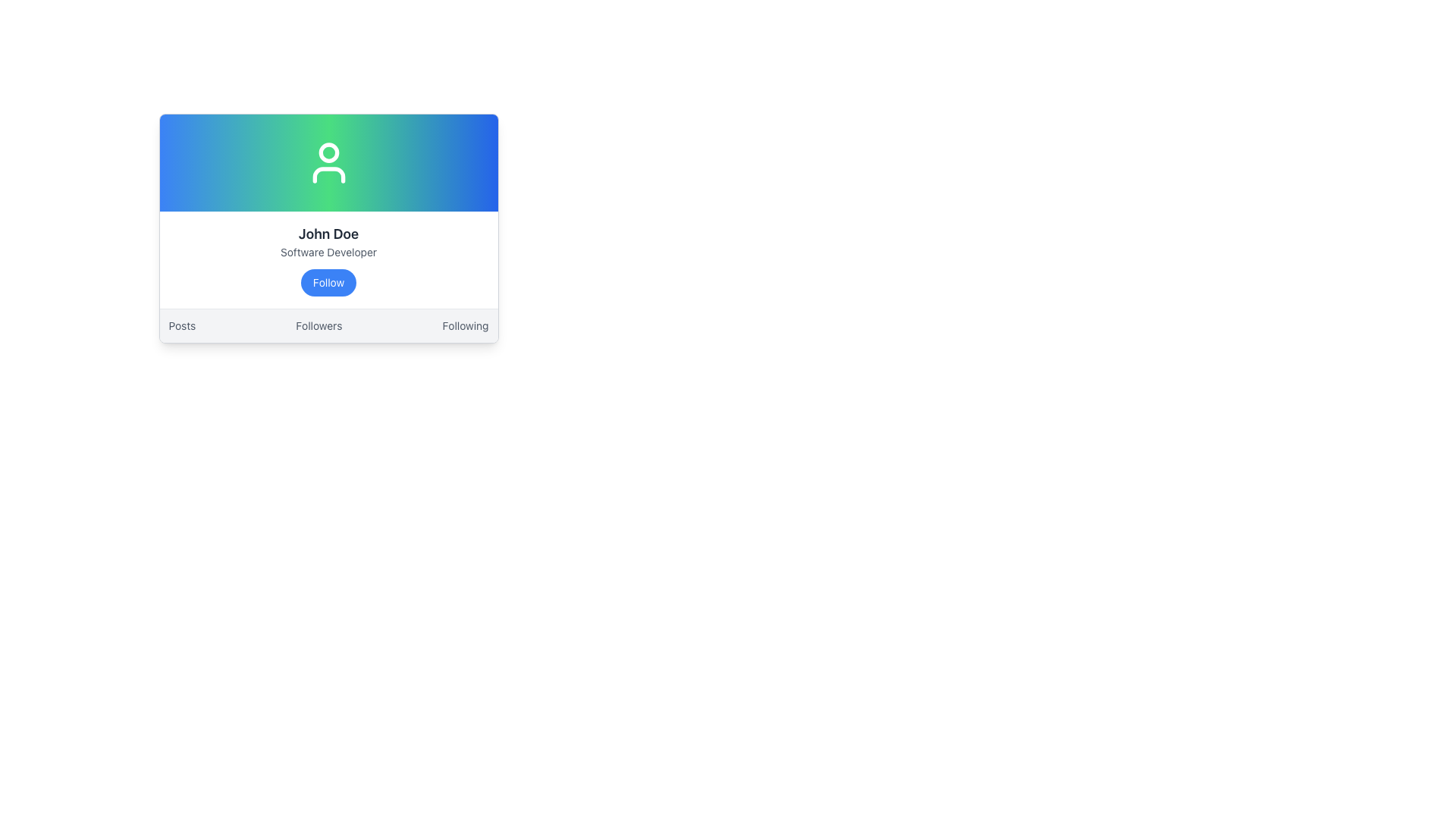 Image resolution: width=1456 pixels, height=819 pixels. Describe the element at coordinates (328, 283) in the screenshot. I see `the 'Follow' button, which is a rounded rectangle with a blue background located below the 'Software Developer' text in the centered card layout` at that location.